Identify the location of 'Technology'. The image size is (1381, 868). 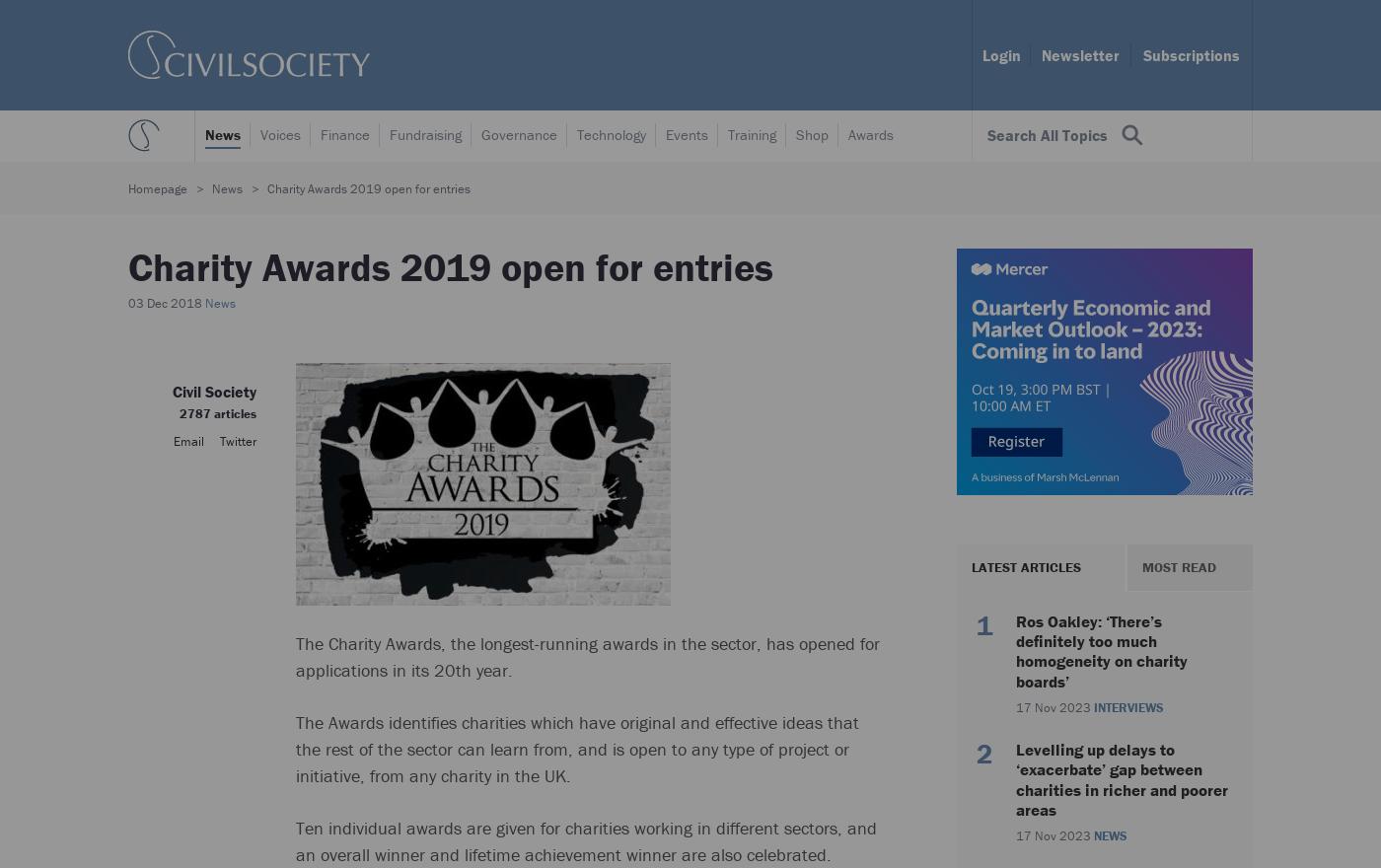
(612, 134).